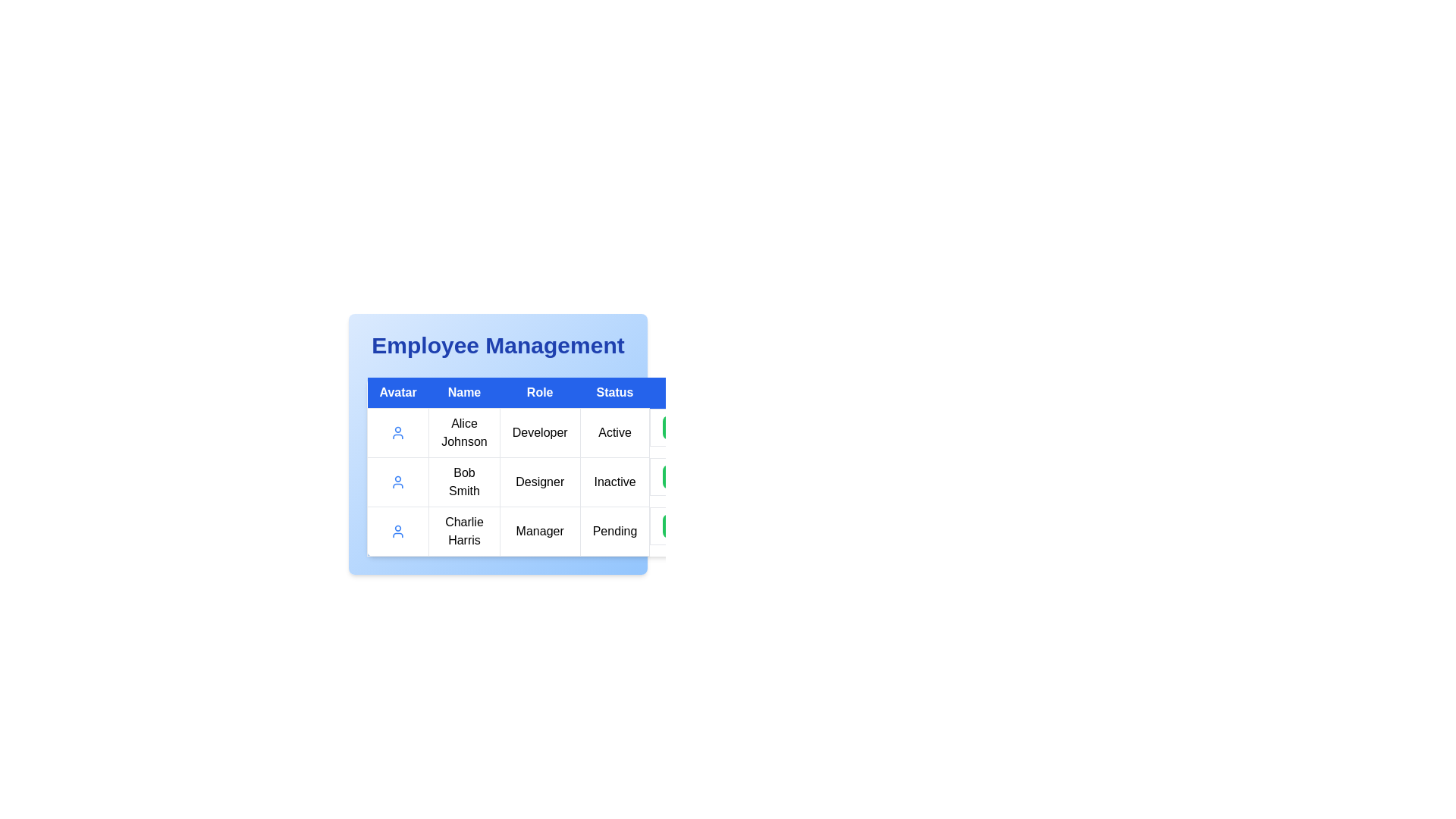  I want to click on the group of action buttons in the 'Actions' column of the 'Employee Management' table for 'Alice Johnson', so click(704, 427).